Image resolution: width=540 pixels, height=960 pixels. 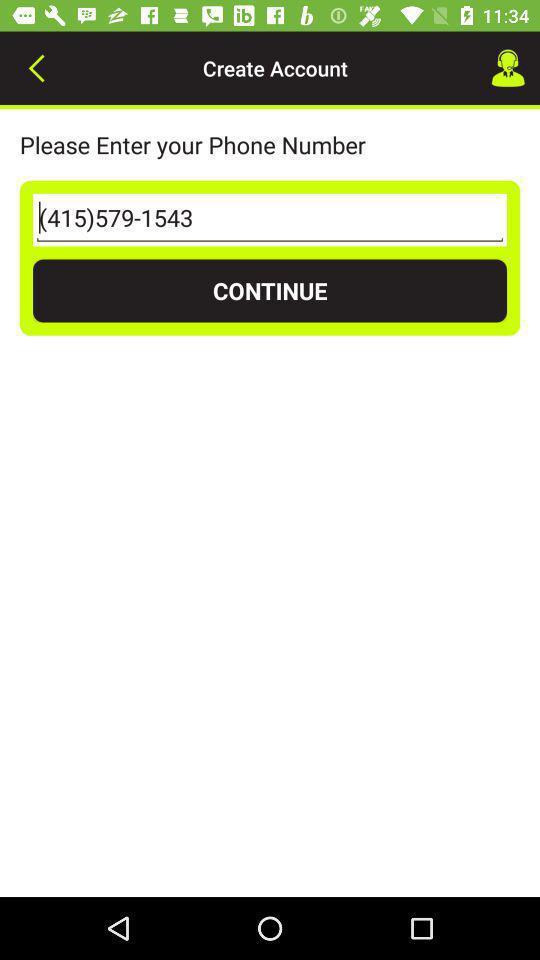 I want to click on icon below (415)579-1543, so click(x=270, y=289).